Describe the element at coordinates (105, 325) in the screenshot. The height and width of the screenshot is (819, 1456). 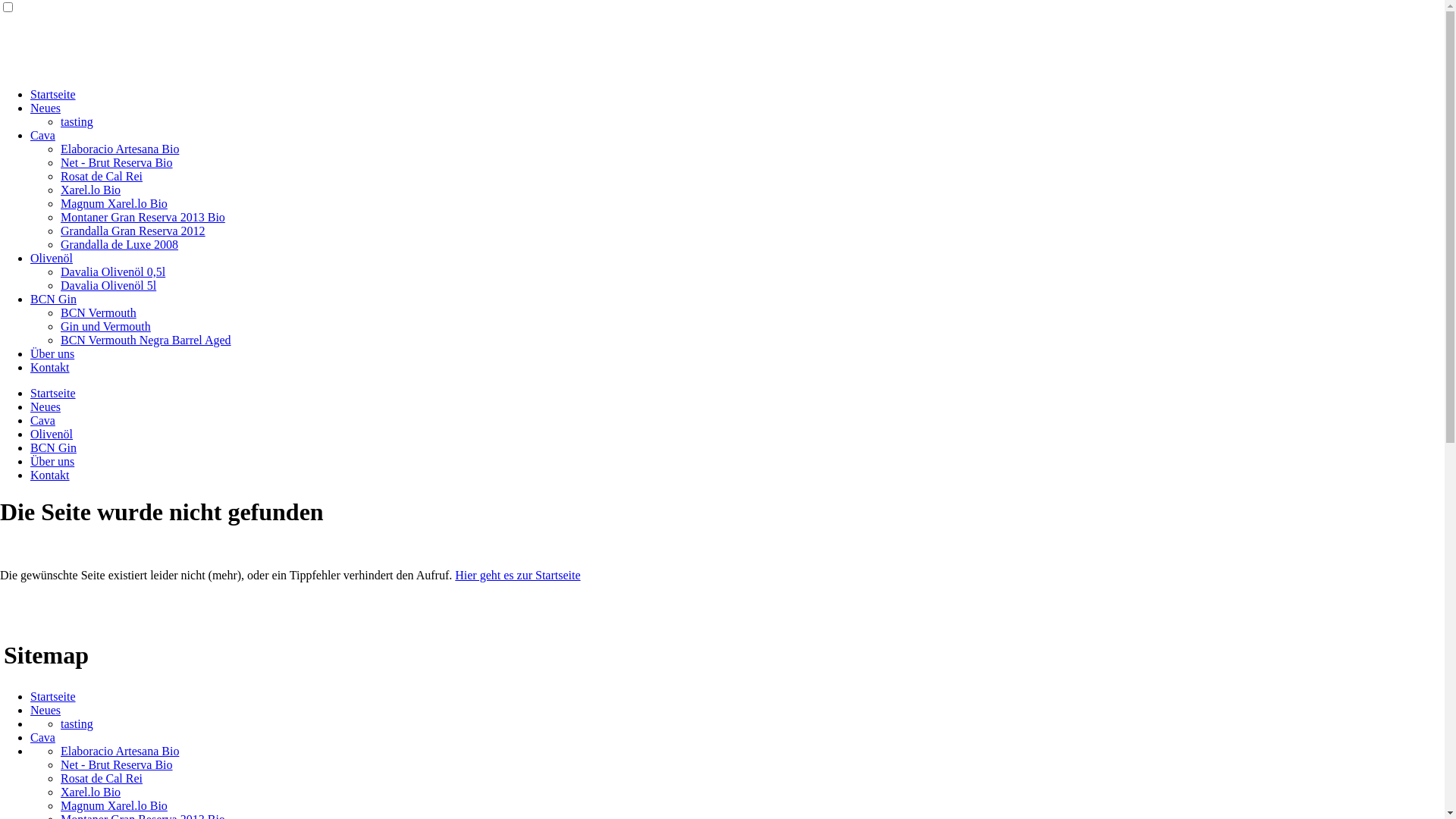
I see `'Gin und Vermouth'` at that location.